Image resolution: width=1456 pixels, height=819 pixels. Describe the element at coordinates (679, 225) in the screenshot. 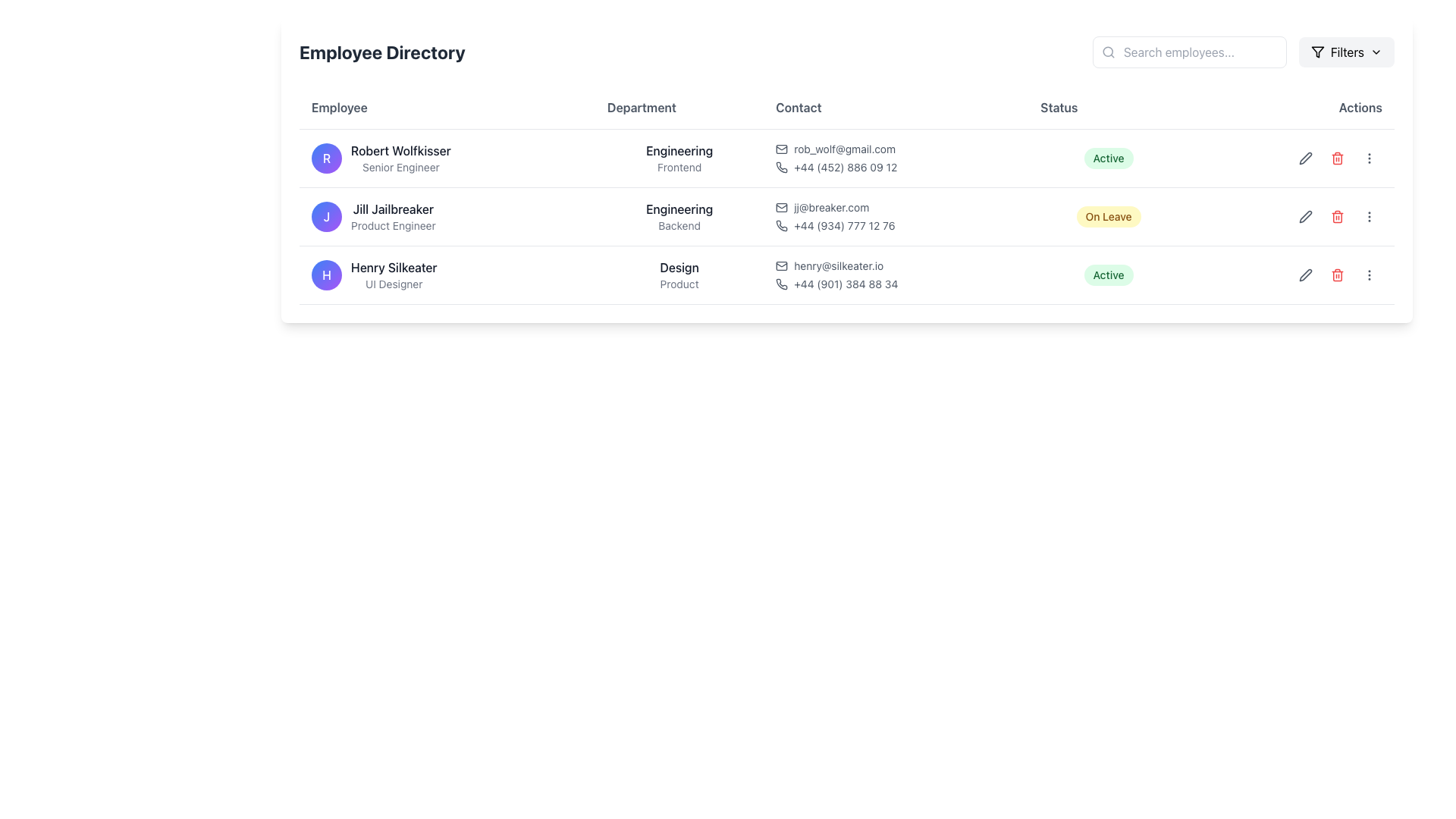

I see `the 'Backend' text label, which is a small, gray label positioned below the 'Engineering' label in the Department column of the tabular interface` at that location.